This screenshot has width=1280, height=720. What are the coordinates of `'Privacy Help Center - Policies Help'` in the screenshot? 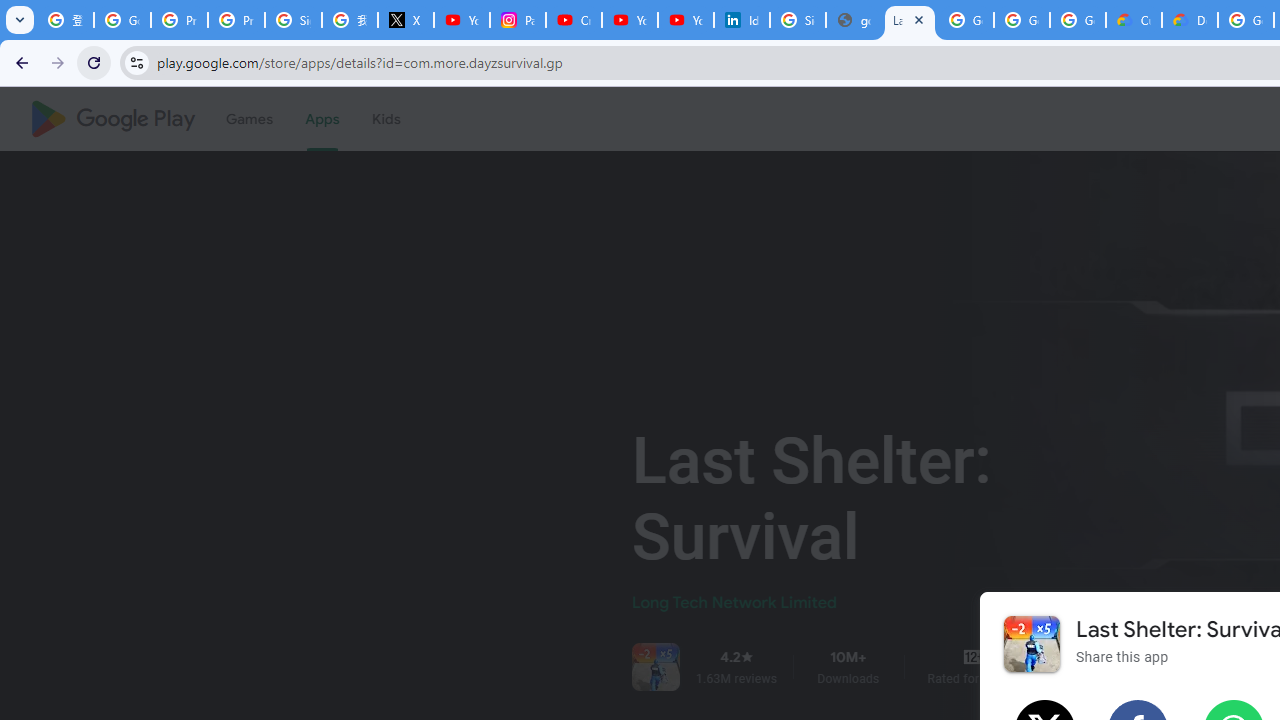 It's located at (236, 20).